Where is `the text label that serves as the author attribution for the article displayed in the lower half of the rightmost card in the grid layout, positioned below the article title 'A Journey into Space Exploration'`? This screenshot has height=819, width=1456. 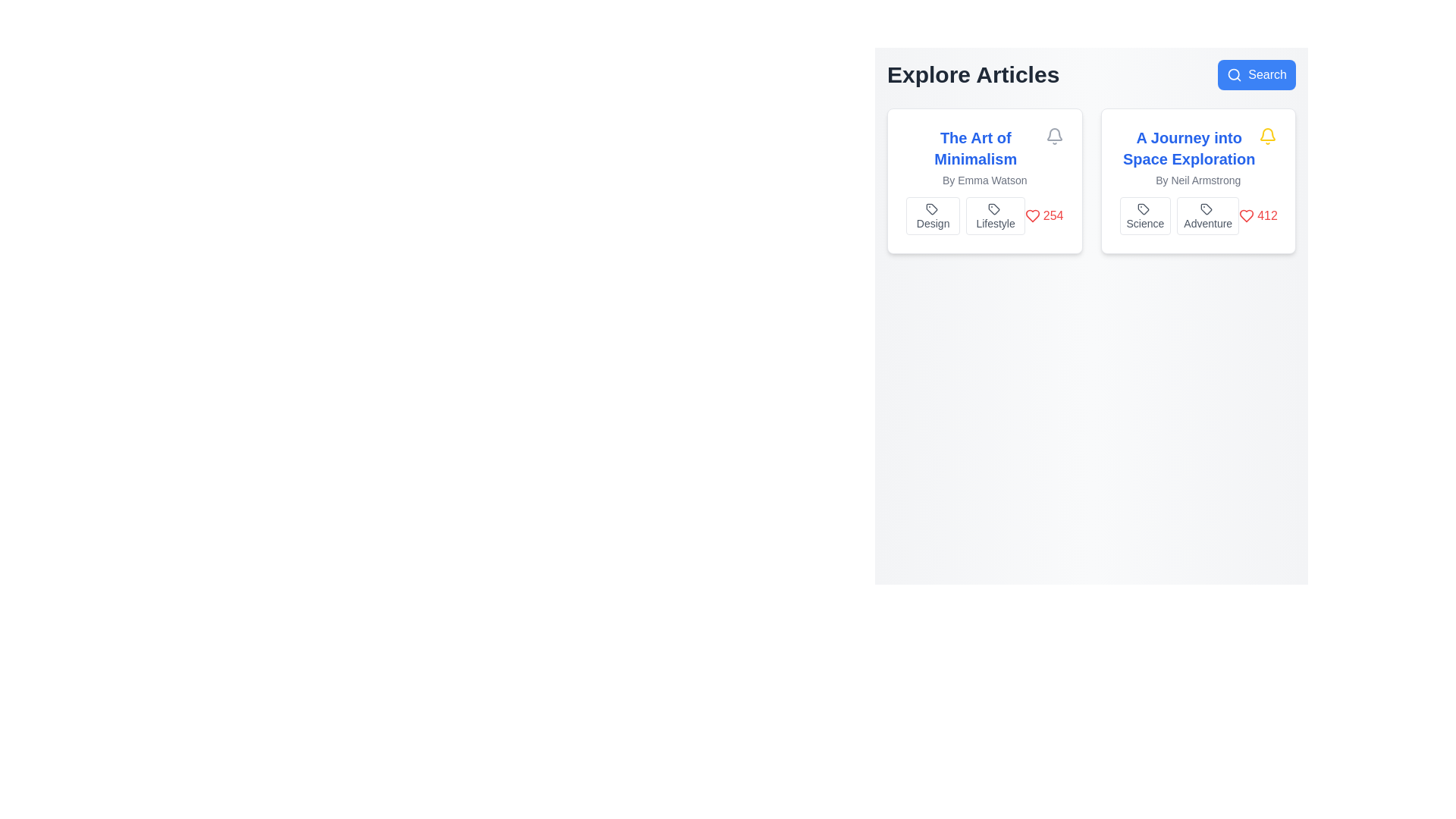
the text label that serves as the author attribution for the article displayed in the lower half of the rightmost card in the grid layout, positioned below the article title 'A Journey into Space Exploration' is located at coordinates (1197, 180).